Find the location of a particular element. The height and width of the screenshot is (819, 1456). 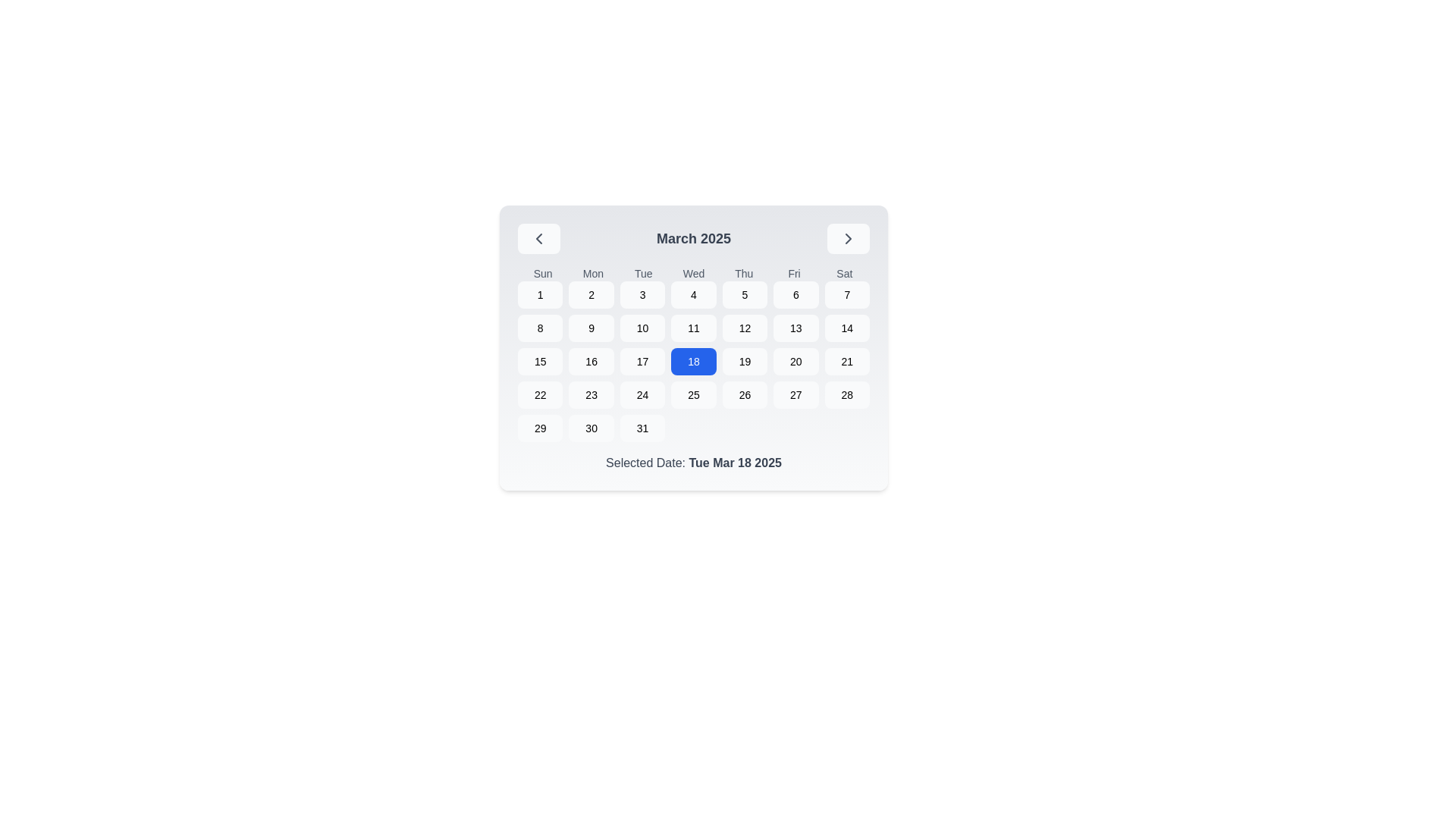

the rounded rectangular button with a left-pointing chevron icon, located to the left of the text 'March 2025', to trigger its visual hover state is located at coordinates (538, 239).